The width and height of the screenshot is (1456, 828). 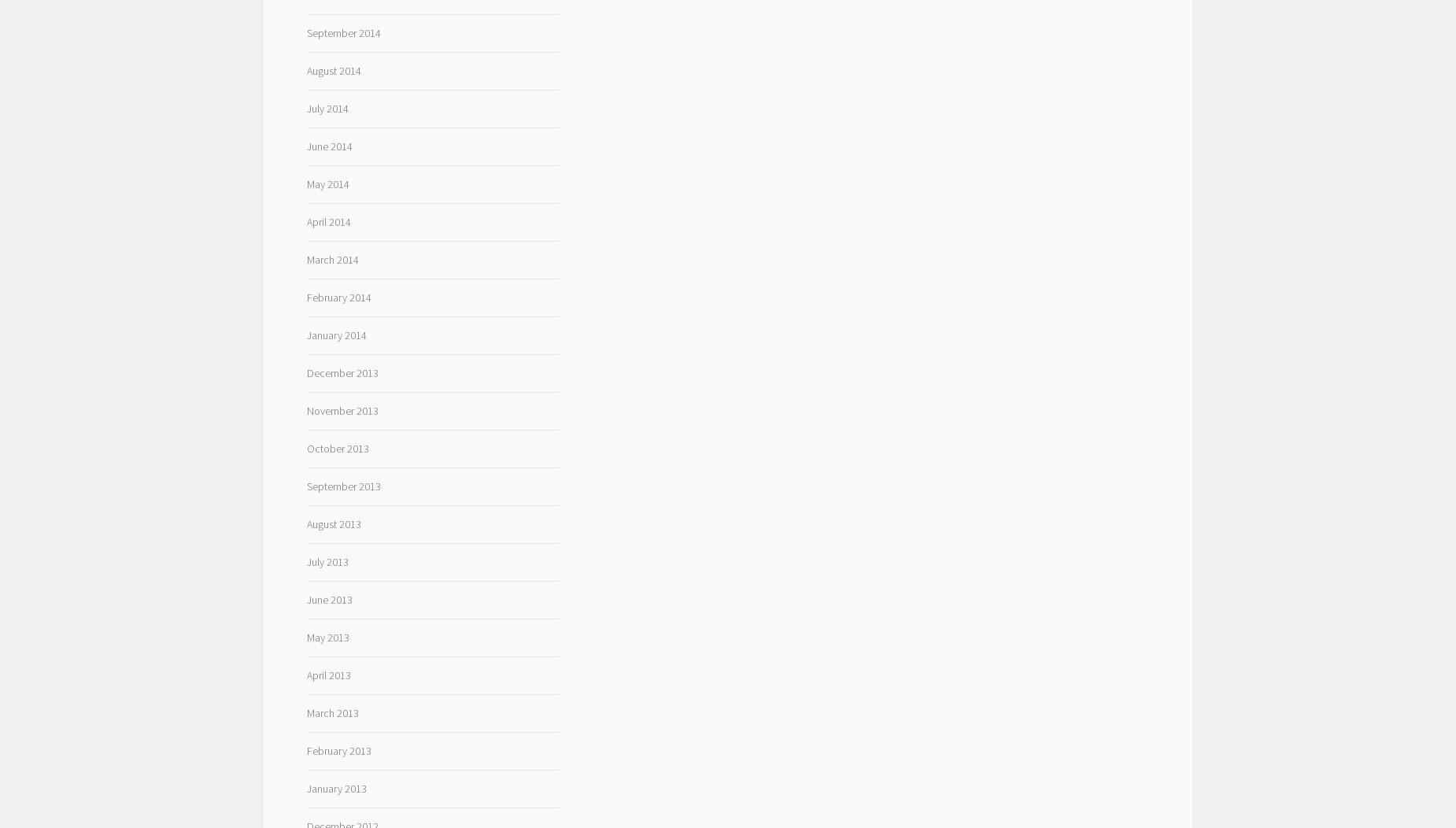 I want to click on 'August 2014', so click(x=332, y=71).